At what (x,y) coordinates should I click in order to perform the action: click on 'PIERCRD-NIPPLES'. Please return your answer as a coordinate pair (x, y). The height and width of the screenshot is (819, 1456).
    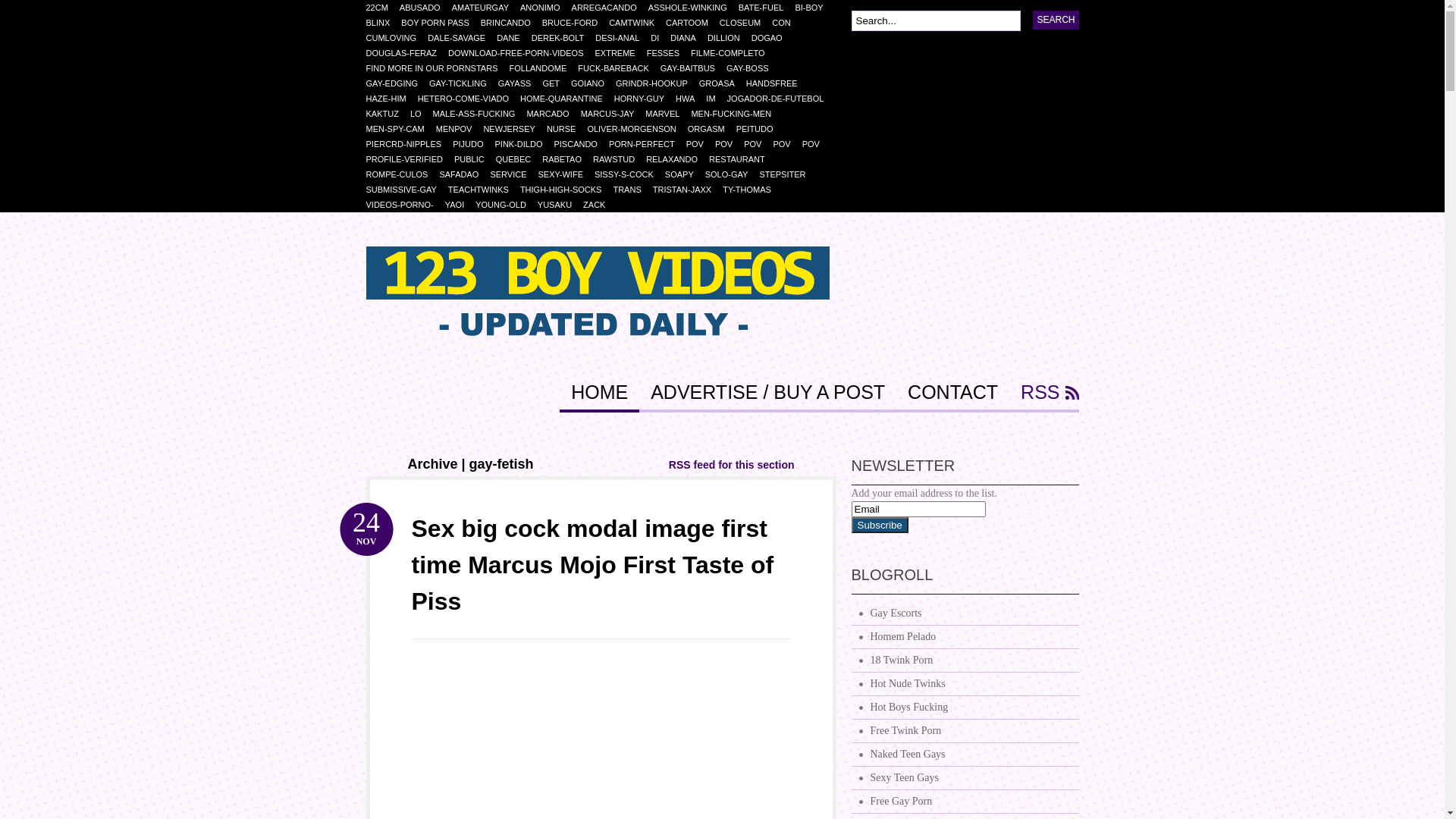
    Looking at the image, I should click on (409, 143).